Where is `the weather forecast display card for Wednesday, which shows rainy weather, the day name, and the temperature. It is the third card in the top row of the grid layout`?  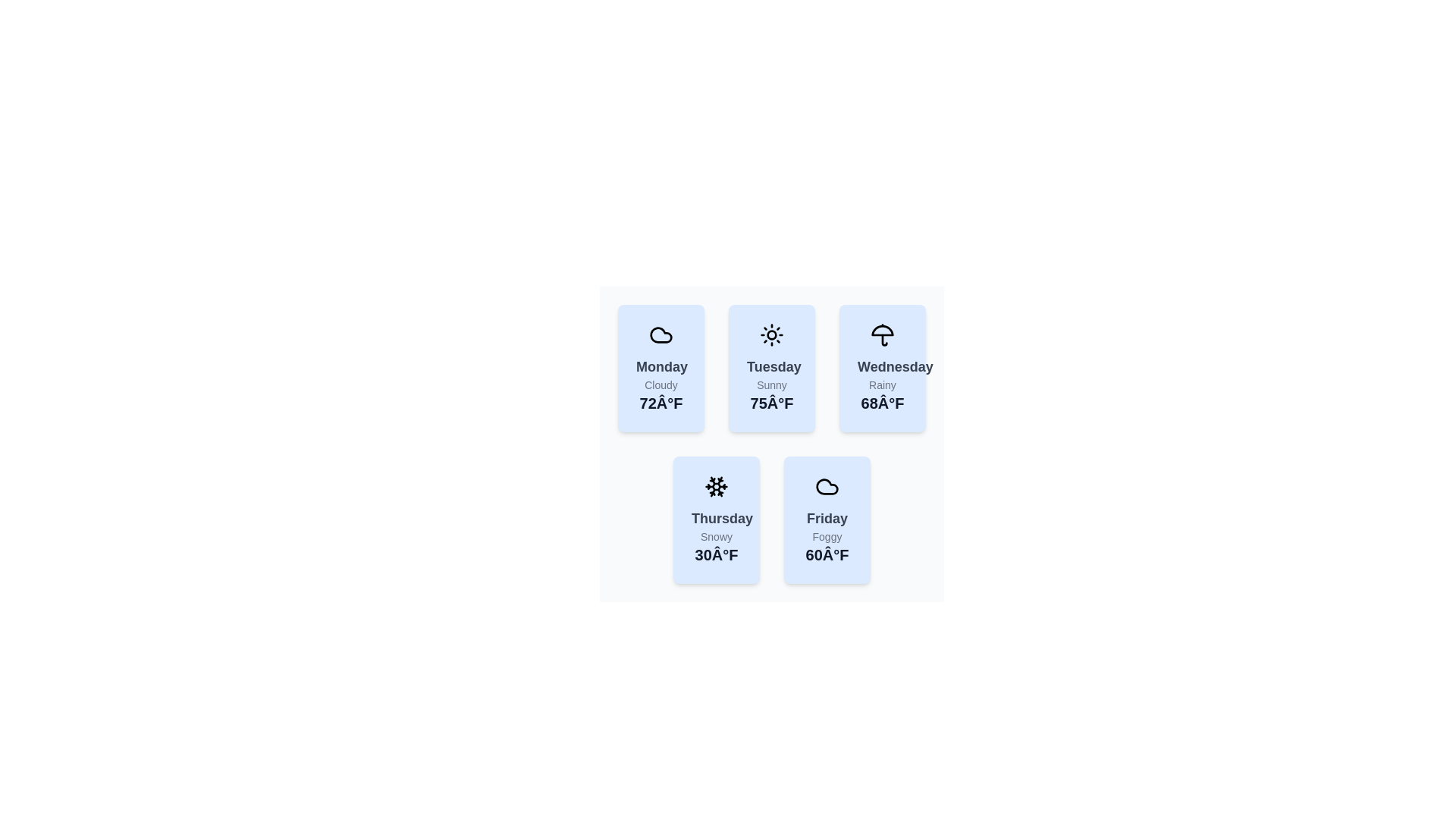
the weather forecast display card for Wednesday, which shows rainy weather, the day name, and the temperature. It is the third card in the top row of the grid layout is located at coordinates (882, 369).